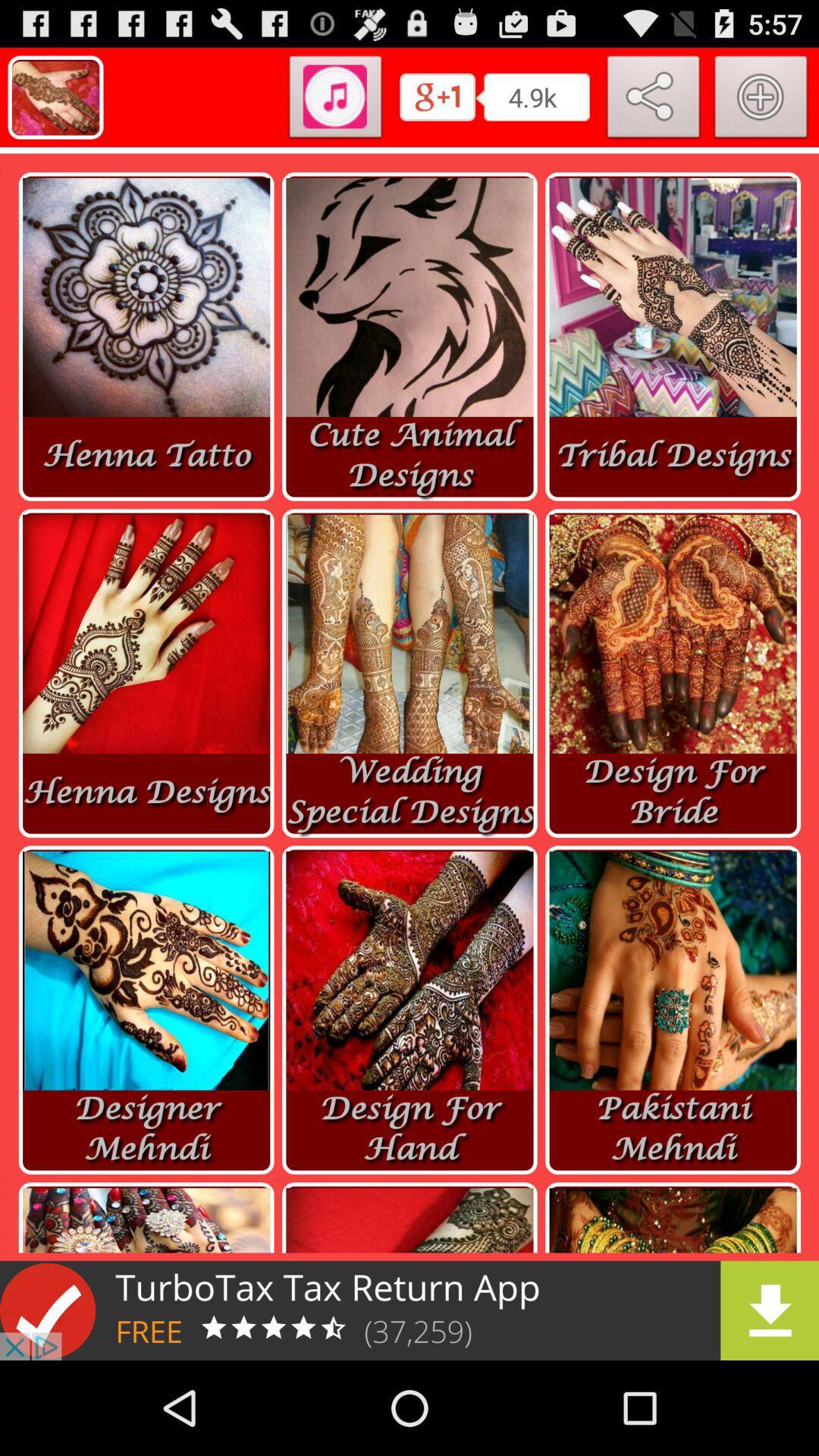 This screenshot has height=1456, width=819. I want to click on share, so click(653, 99).